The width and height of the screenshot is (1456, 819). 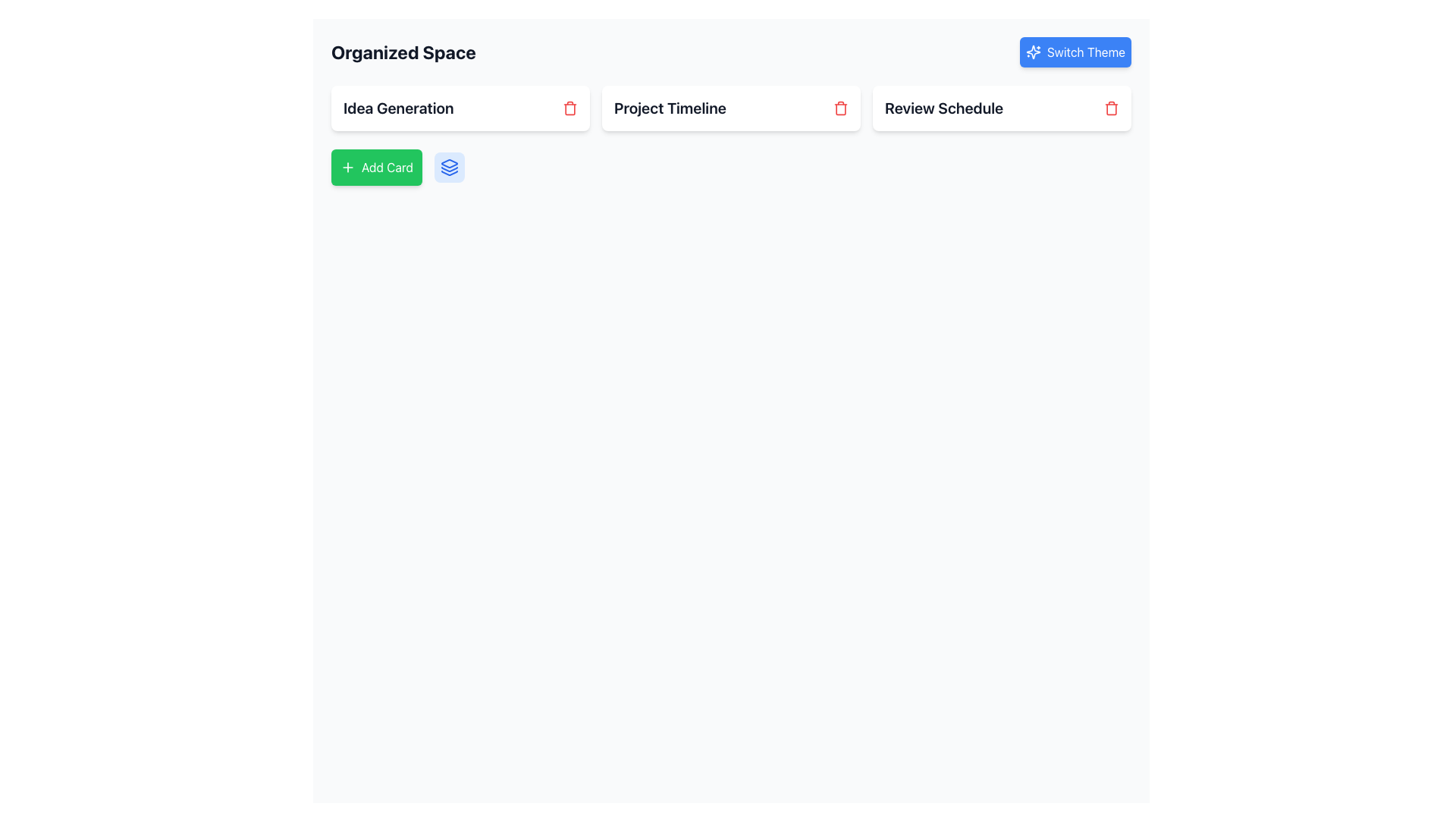 What do you see at coordinates (448, 167) in the screenshot?
I see `the layering or stack-related icon located directly to the right of the green 'Add Card' button in the 'Organized Space' section` at bounding box center [448, 167].